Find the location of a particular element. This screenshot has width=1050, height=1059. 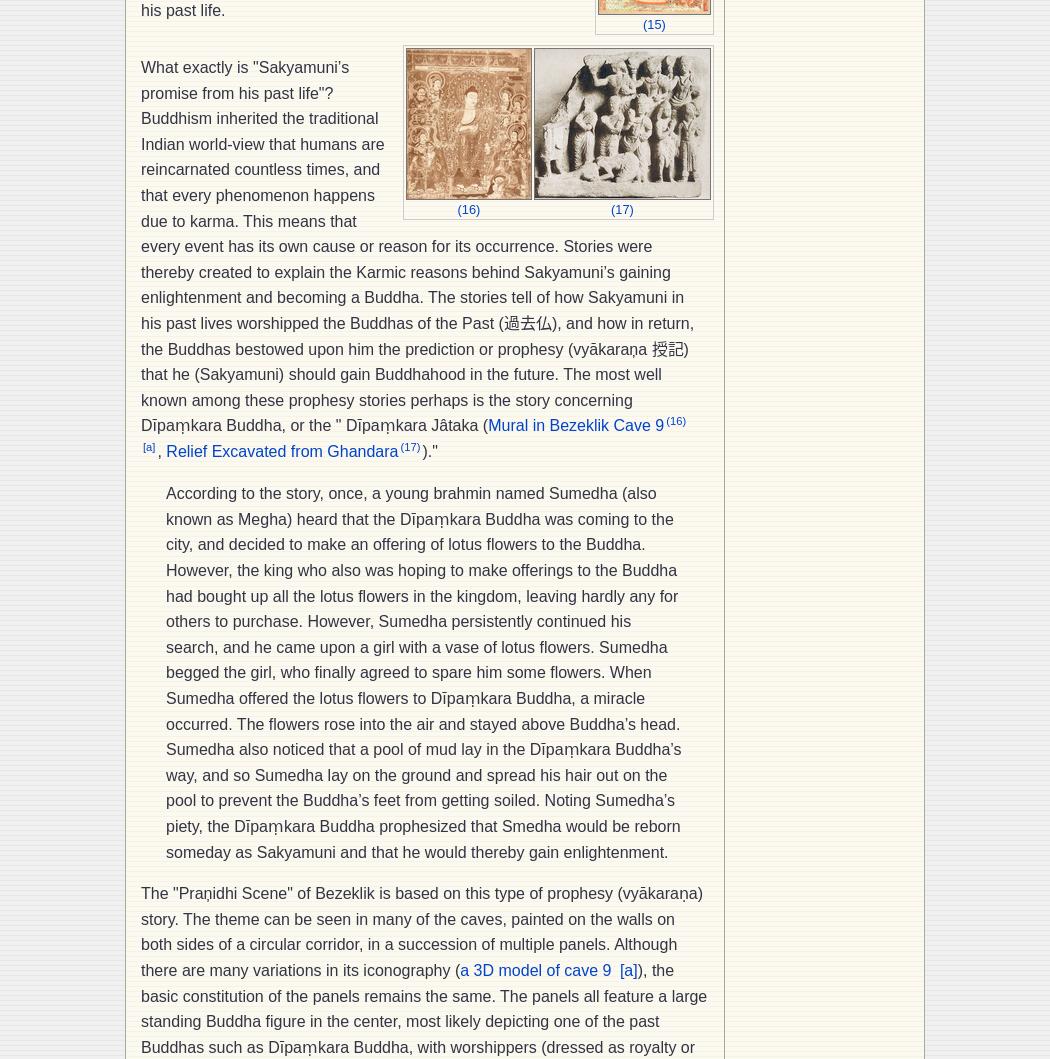

'Relief Excavated from Ghandara' is located at coordinates (281, 451).